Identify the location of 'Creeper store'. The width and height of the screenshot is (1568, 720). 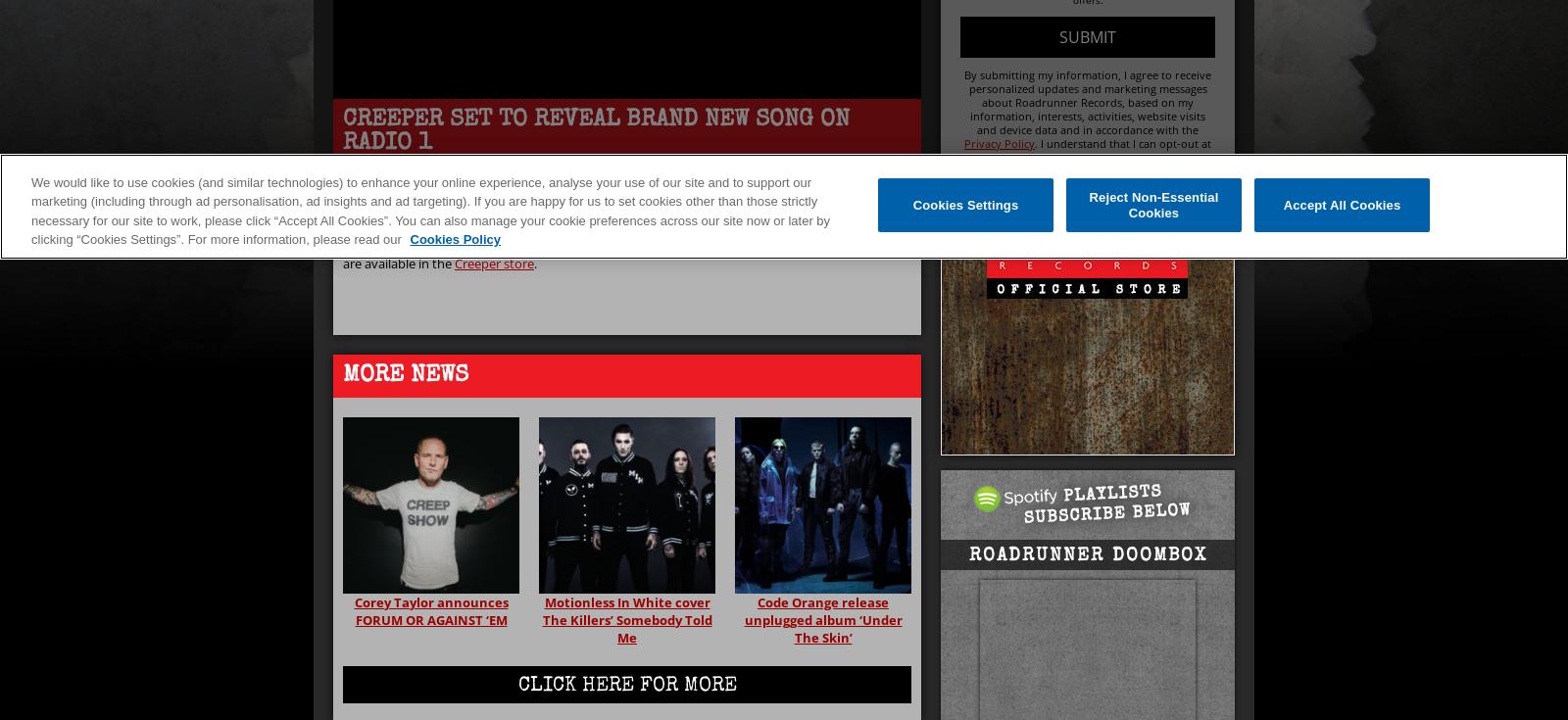
(493, 264).